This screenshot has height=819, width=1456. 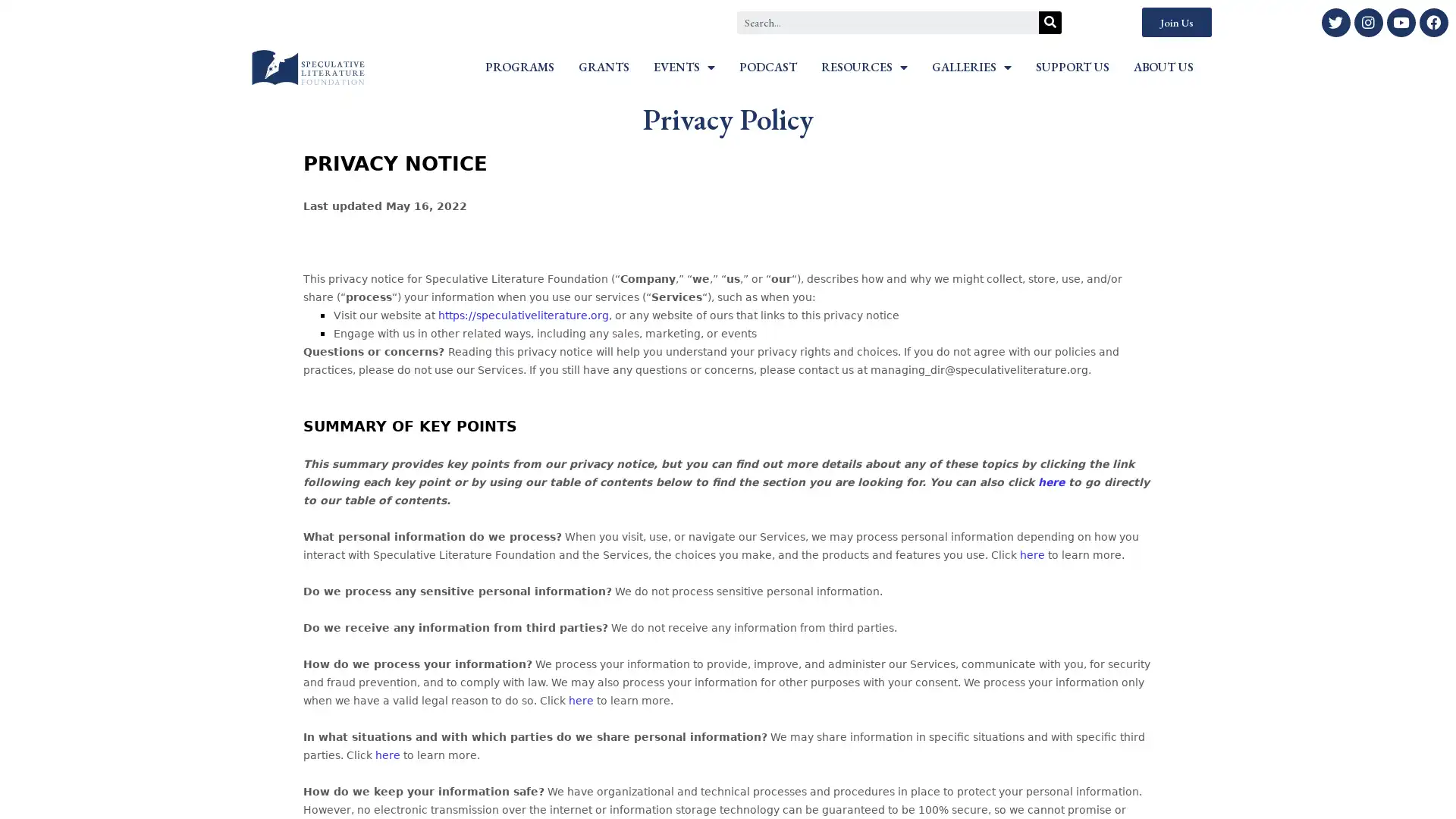 What do you see at coordinates (1175, 22) in the screenshot?
I see `Join Us` at bounding box center [1175, 22].